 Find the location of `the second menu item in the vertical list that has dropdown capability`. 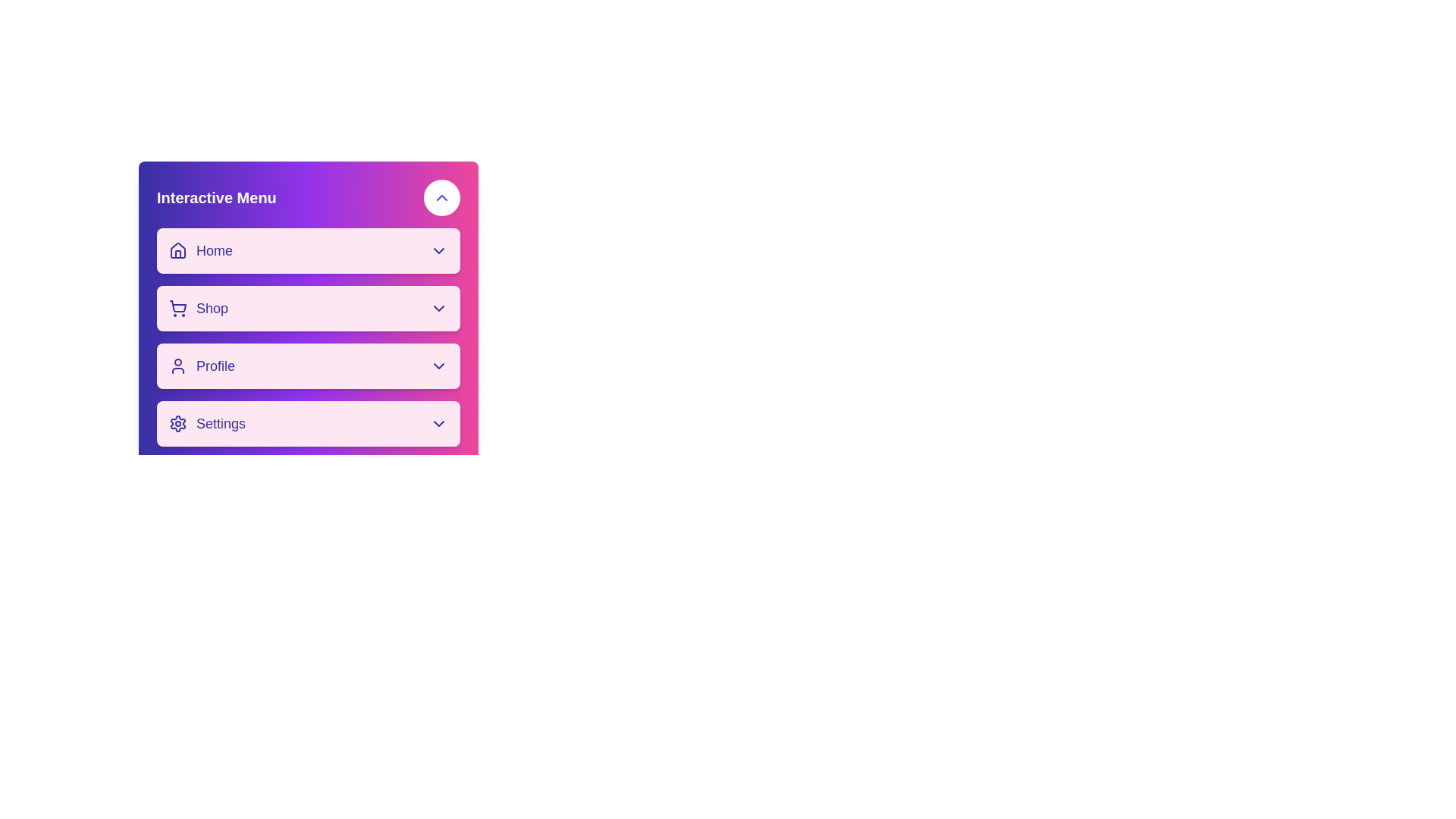

the second menu item in the vertical list that has dropdown capability is located at coordinates (308, 308).